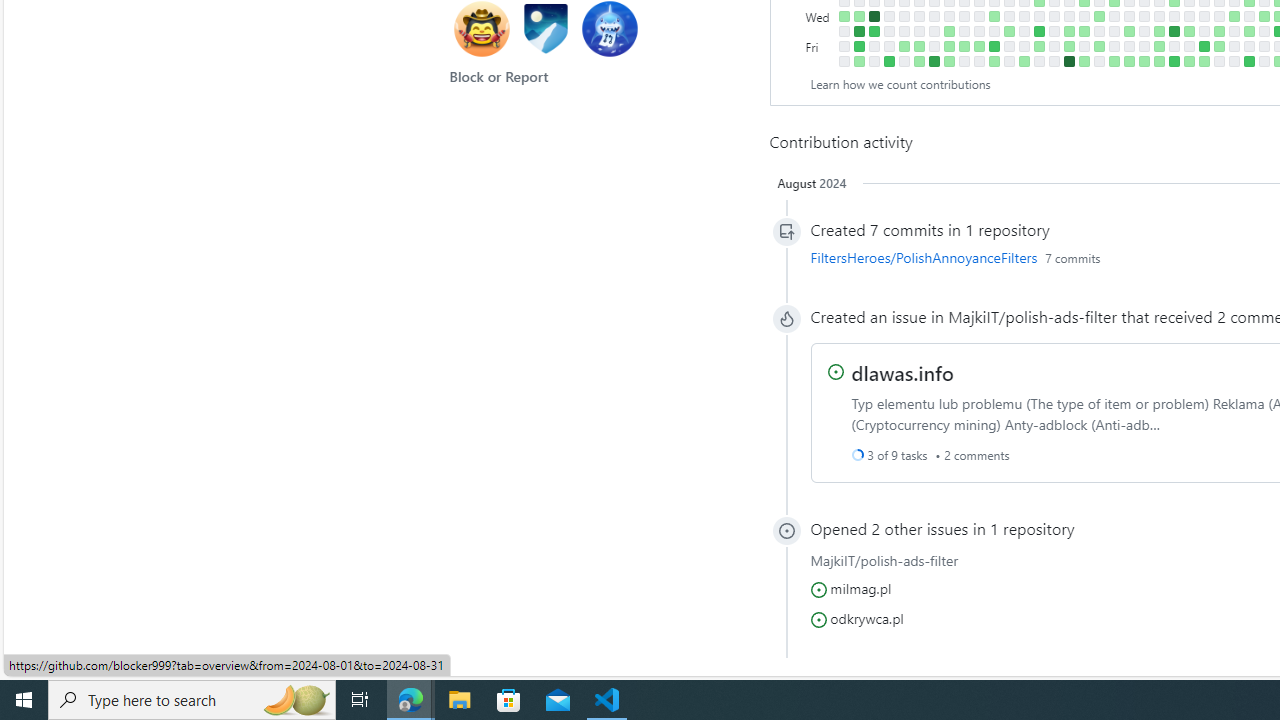 This screenshot has height=720, width=1280. Describe the element at coordinates (819, 45) in the screenshot. I see `'Friday'` at that location.